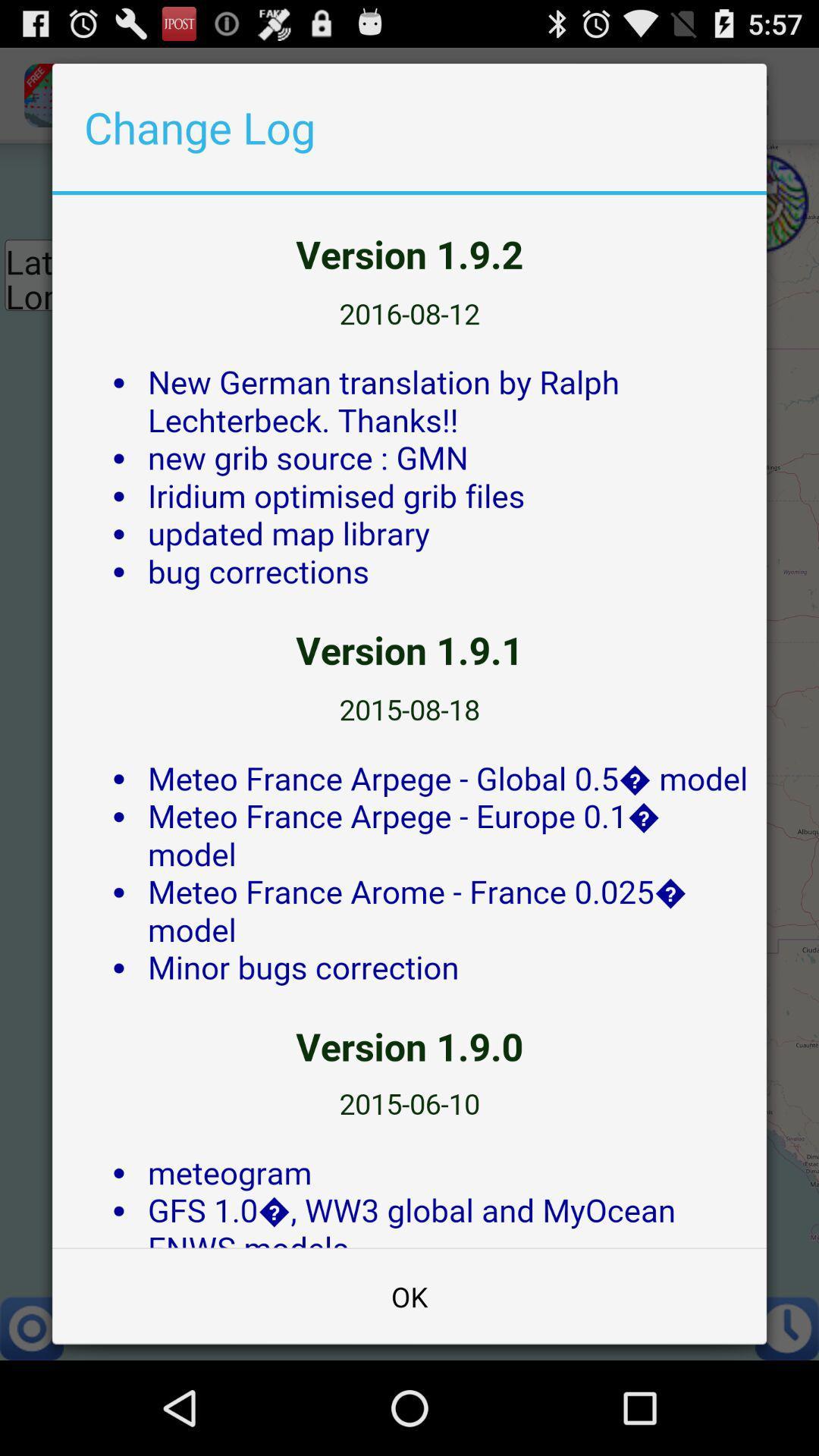 The image size is (819, 1456). What do you see at coordinates (409, 720) in the screenshot?
I see `adventisment page` at bounding box center [409, 720].